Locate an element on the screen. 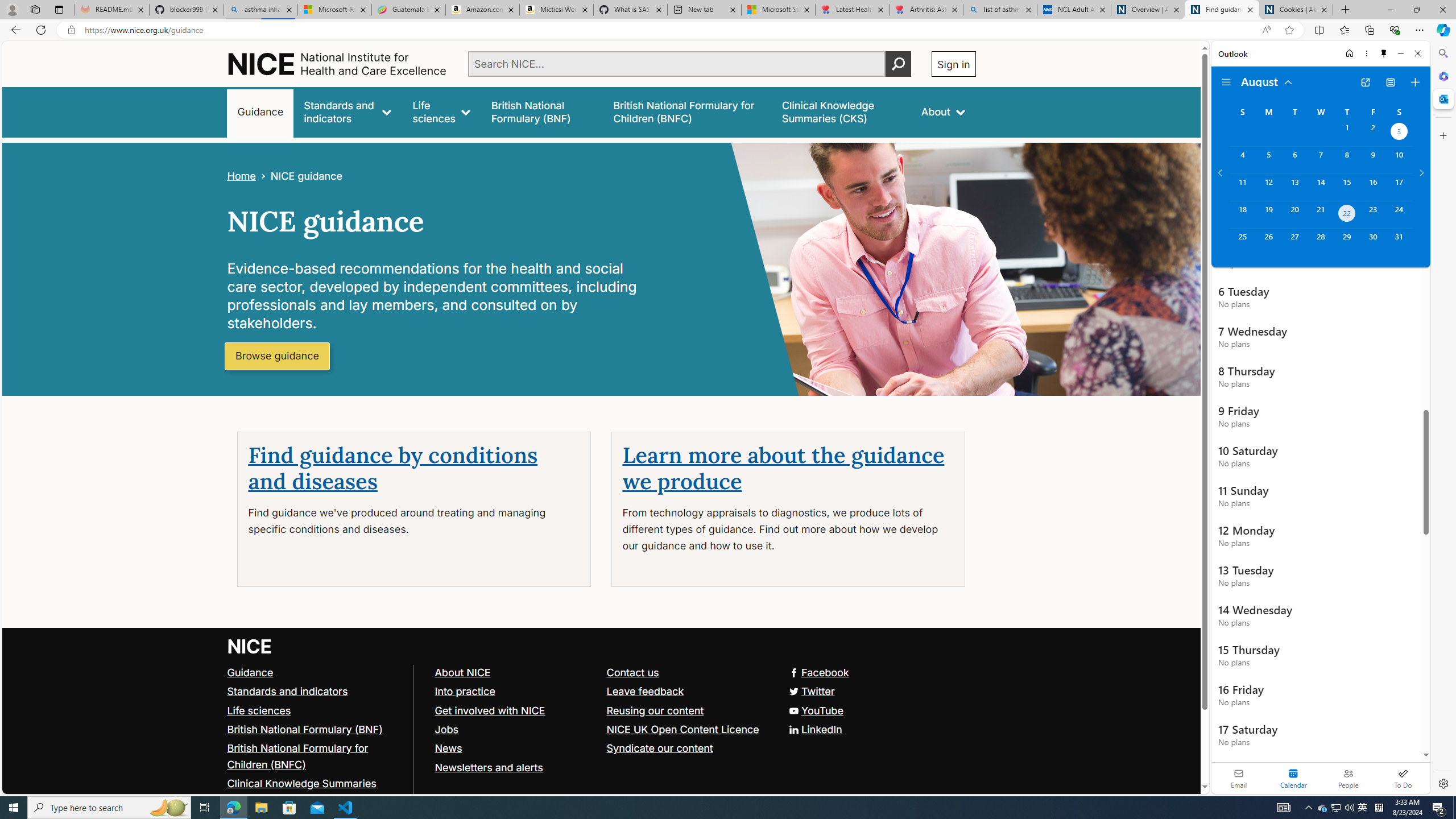  'Perform search' is located at coordinates (897, 63).